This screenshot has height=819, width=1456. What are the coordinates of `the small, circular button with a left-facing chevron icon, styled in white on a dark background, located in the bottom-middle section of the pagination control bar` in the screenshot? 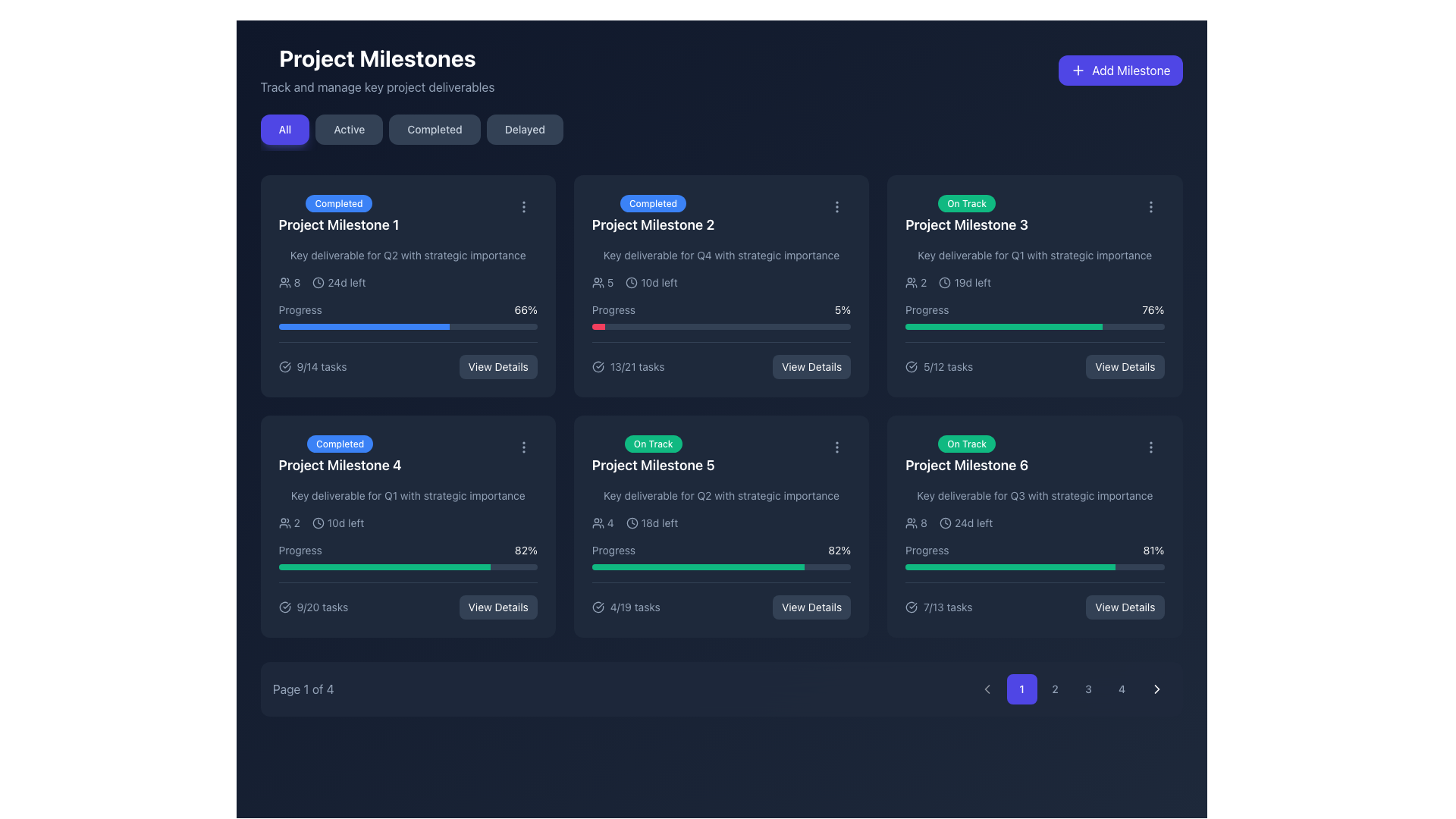 It's located at (987, 689).